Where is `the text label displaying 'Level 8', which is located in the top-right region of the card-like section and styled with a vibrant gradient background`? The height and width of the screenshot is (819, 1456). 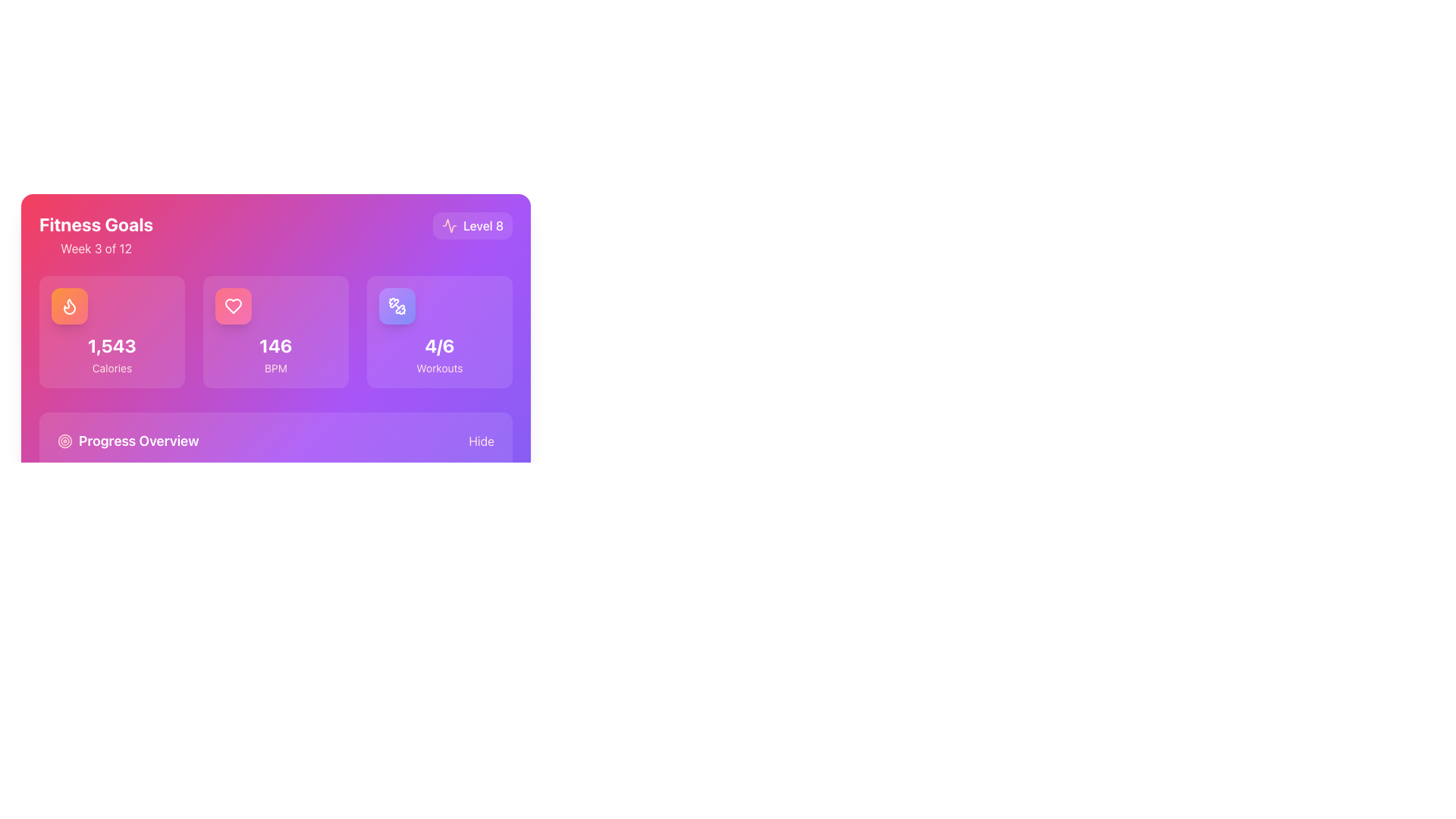
the text label displaying 'Level 8', which is located in the top-right region of the card-like section and styled with a vibrant gradient background is located at coordinates (482, 225).